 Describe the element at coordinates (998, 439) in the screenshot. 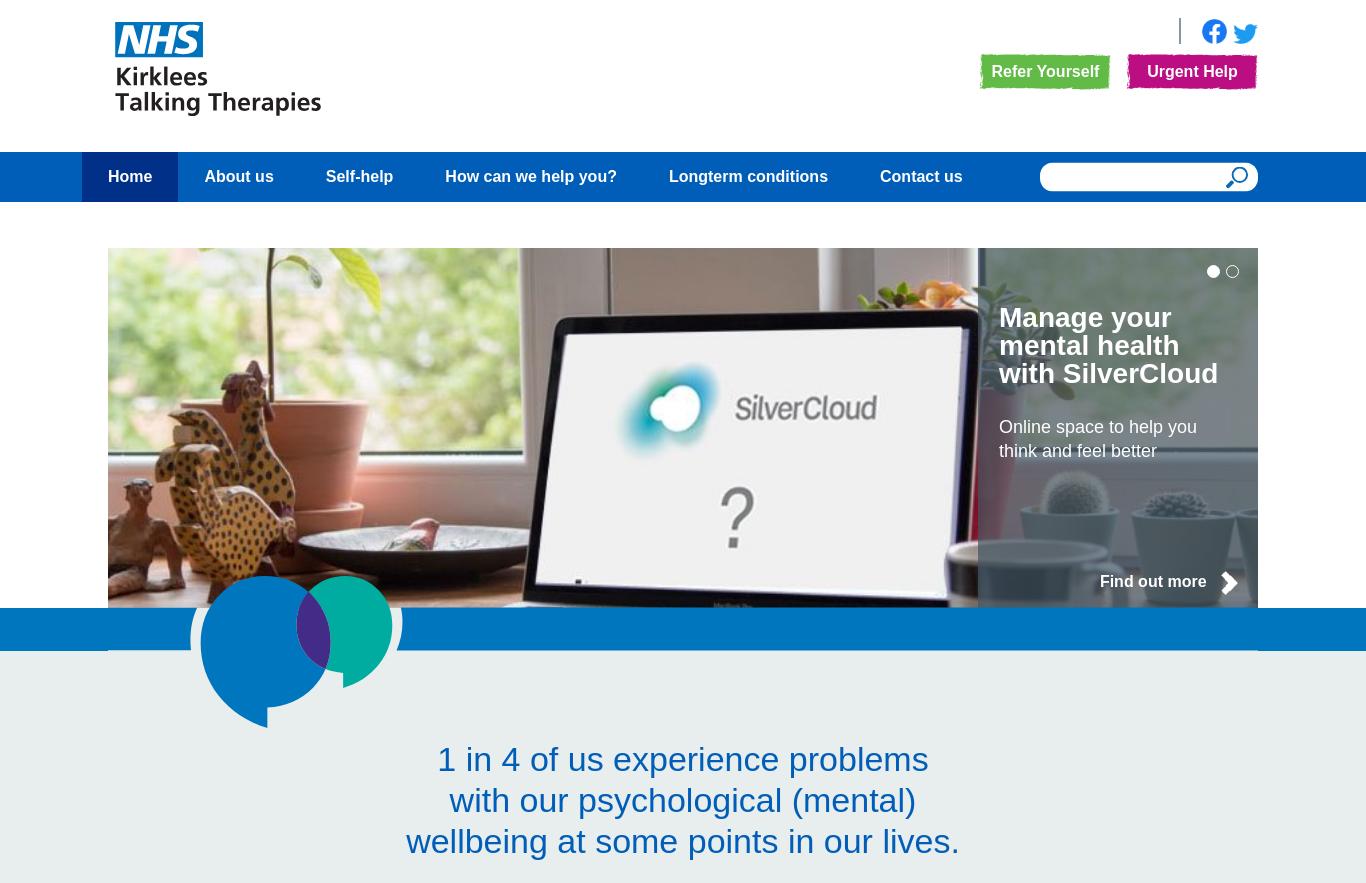

I see `'Online space to help you  think and feel better'` at that location.